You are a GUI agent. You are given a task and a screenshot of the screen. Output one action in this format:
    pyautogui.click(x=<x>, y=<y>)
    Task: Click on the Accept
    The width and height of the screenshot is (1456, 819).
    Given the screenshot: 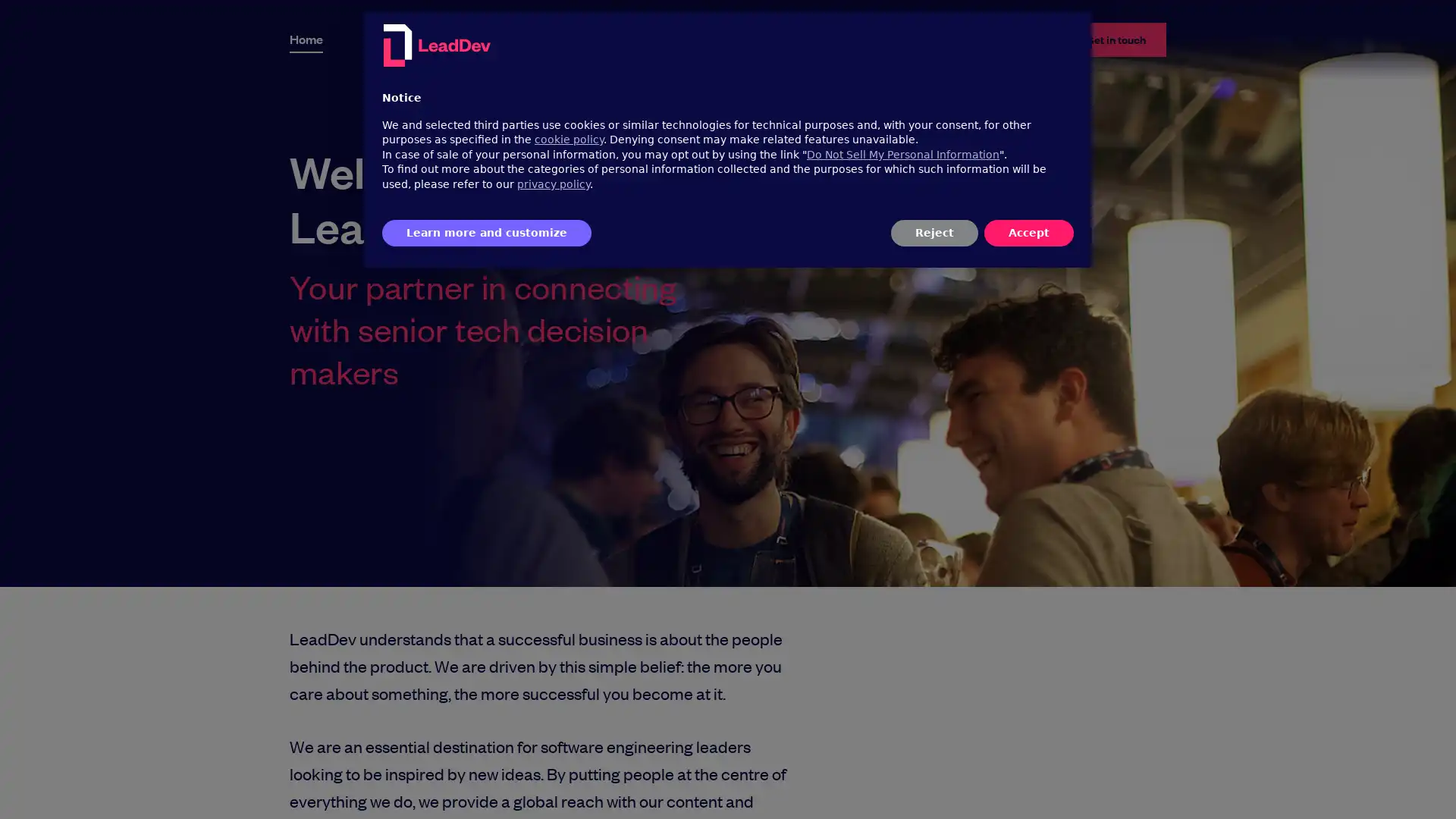 What is the action you would take?
    pyautogui.click(x=1029, y=233)
    